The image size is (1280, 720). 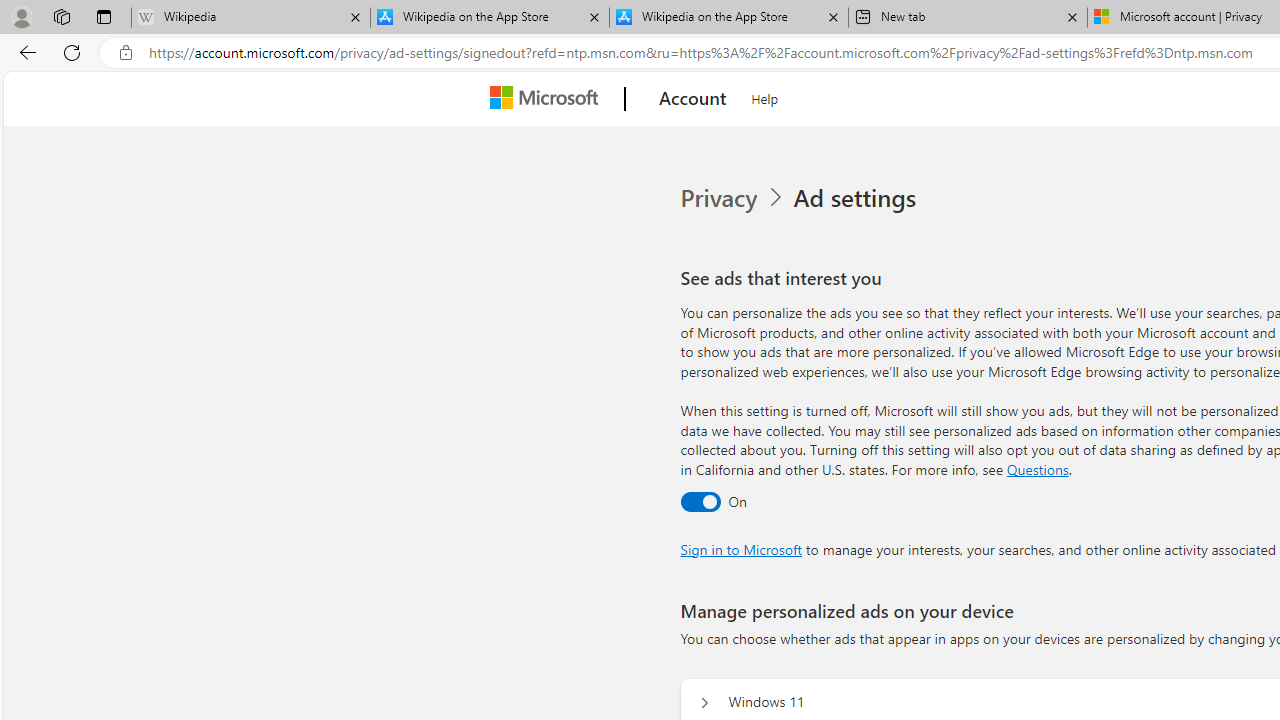 I want to click on 'Go to Questions section', so click(x=1037, y=469).